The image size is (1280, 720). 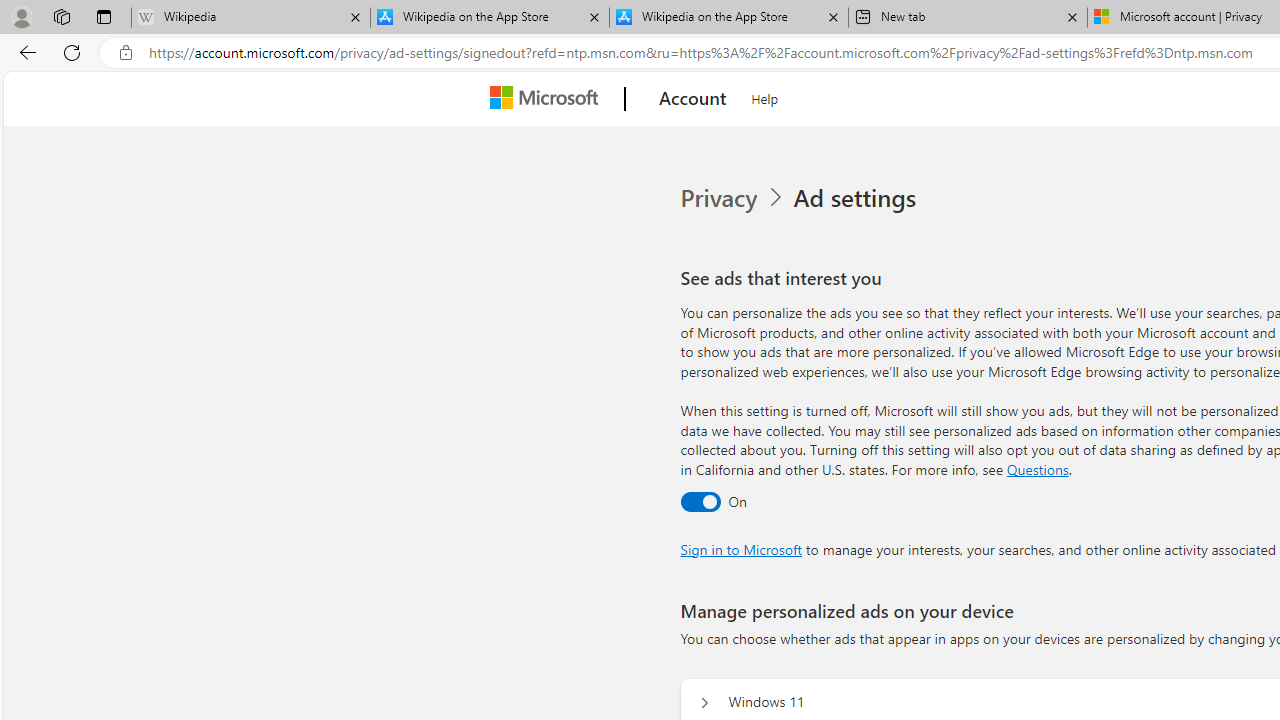 I want to click on 'Go to Questions section', so click(x=1037, y=469).